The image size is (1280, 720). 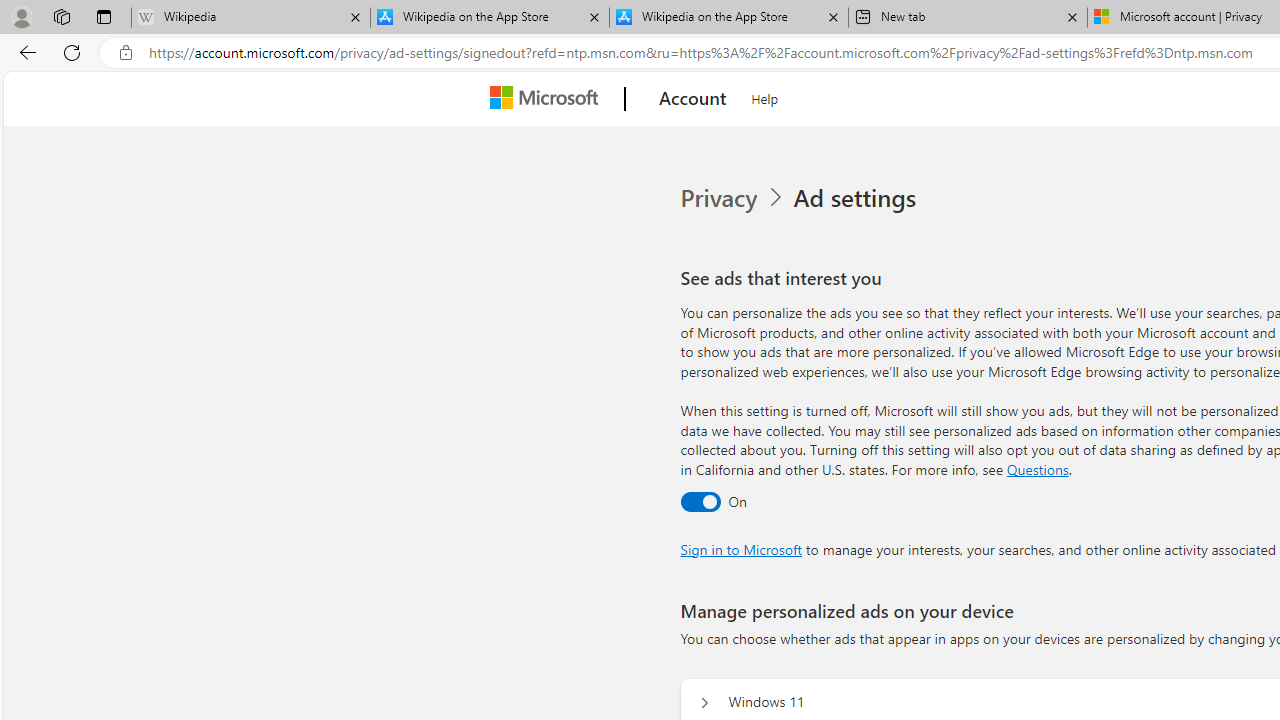 I want to click on 'Go to Questions section', so click(x=1037, y=469).